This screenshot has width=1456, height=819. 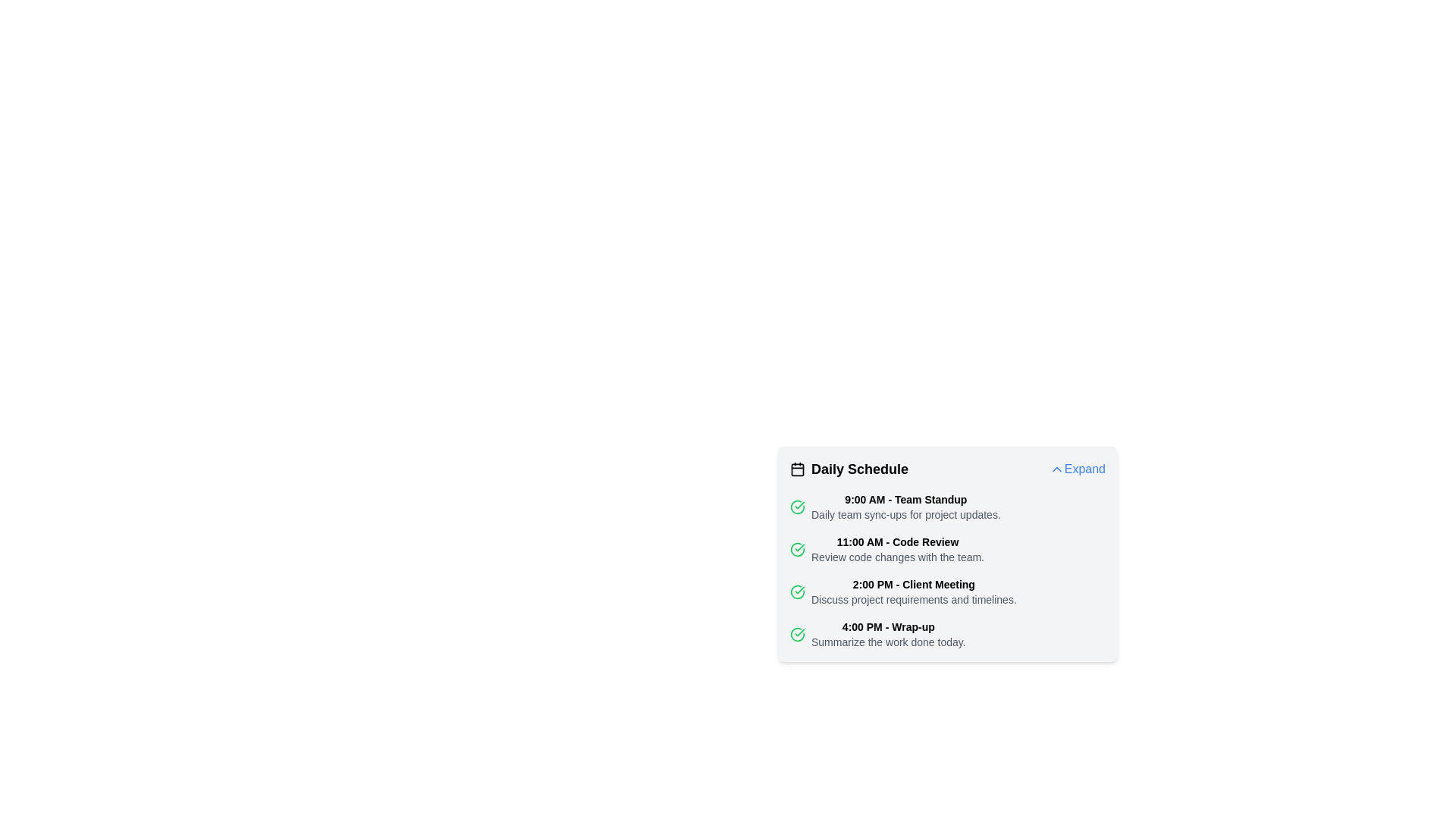 I want to click on descriptions of the scheduled events in the Informational content widget, specifically focusing on the third event in the list under the 'Daily Schedule' section, so click(x=946, y=570).